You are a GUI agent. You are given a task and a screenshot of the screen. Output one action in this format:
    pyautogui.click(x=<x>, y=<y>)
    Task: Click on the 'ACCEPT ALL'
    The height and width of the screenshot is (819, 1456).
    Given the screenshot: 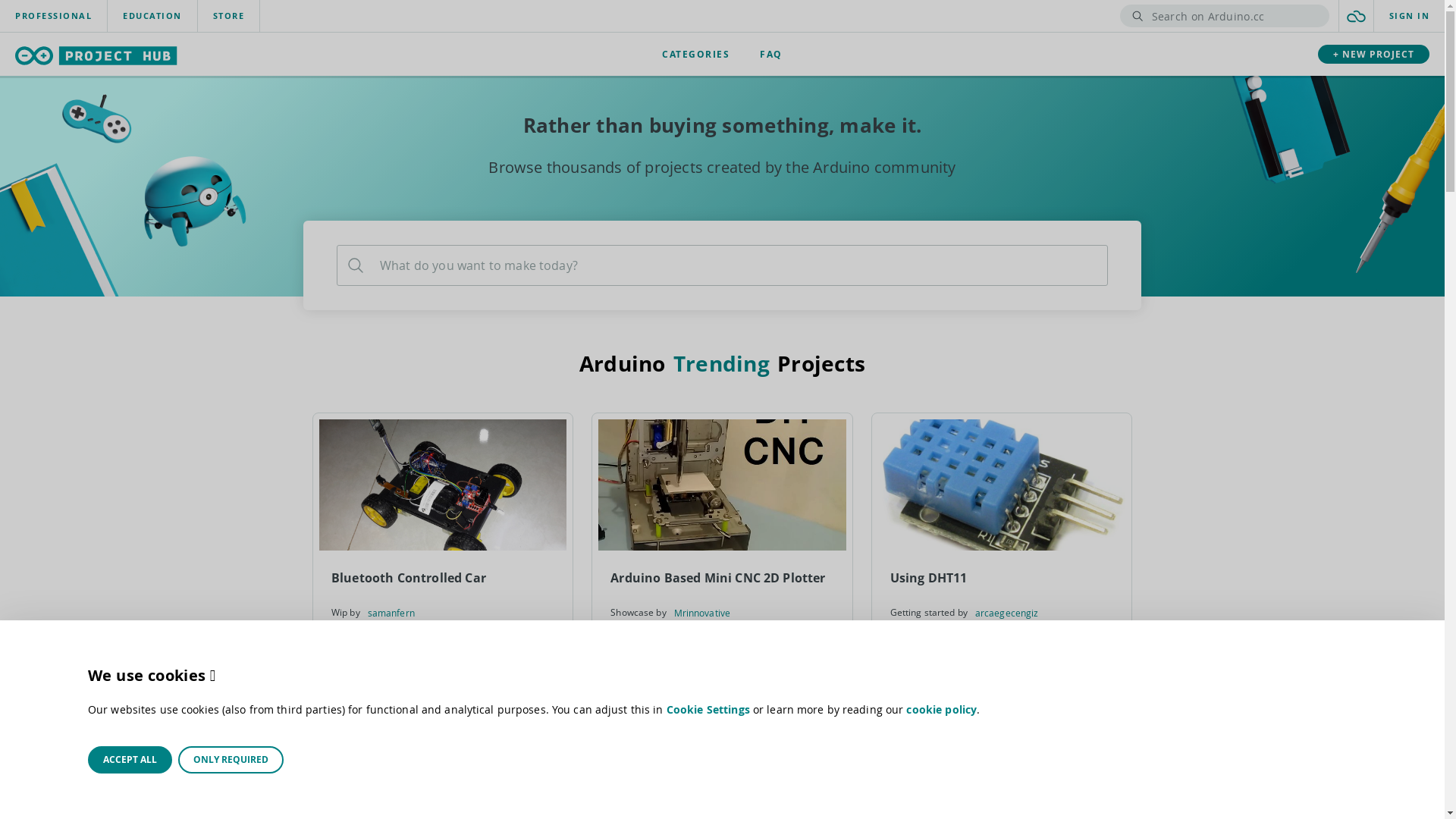 What is the action you would take?
    pyautogui.click(x=130, y=760)
    